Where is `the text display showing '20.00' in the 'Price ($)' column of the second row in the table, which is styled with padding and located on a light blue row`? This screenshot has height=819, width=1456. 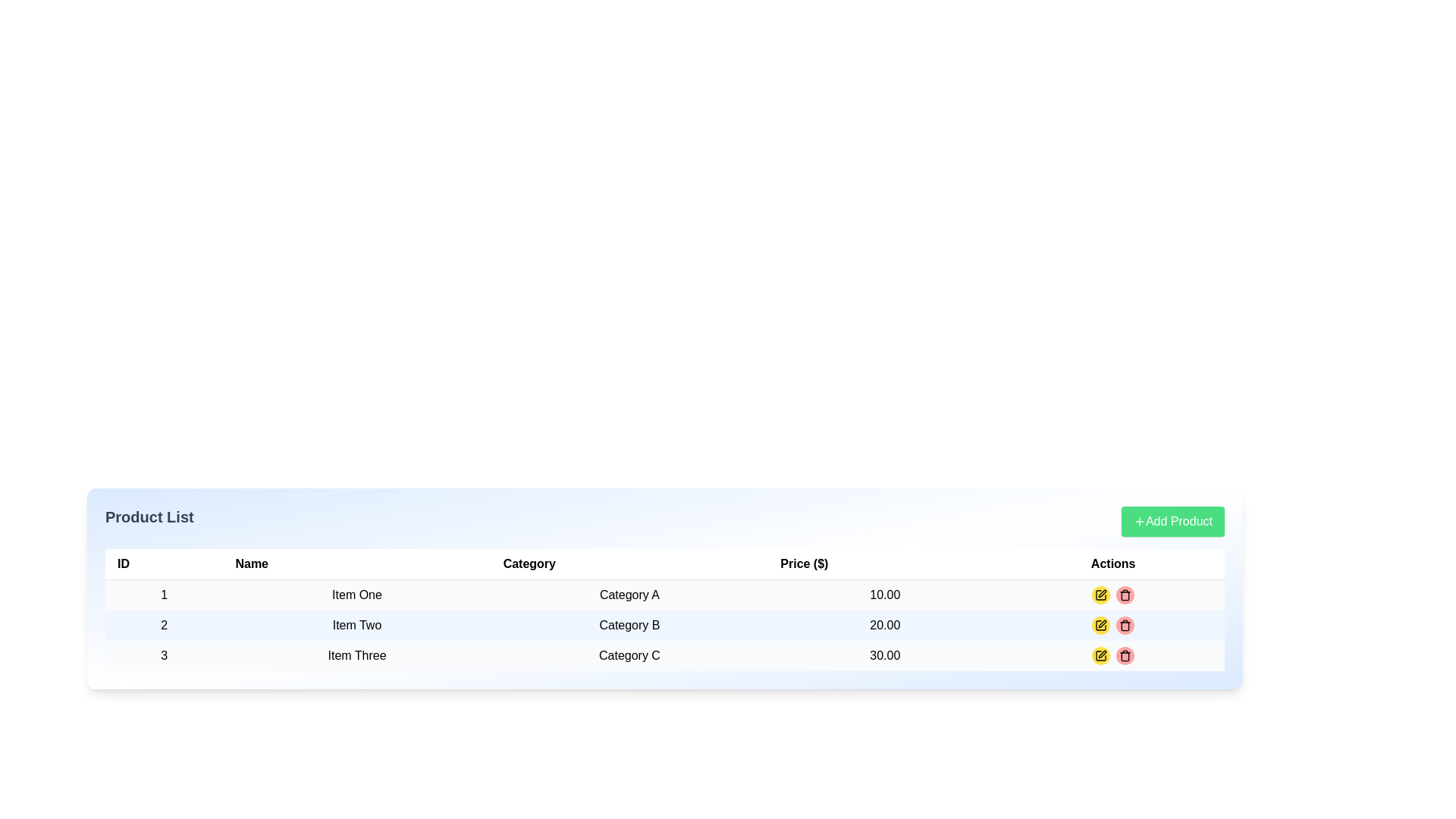
the text display showing '20.00' in the 'Price ($)' column of the second row in the table, which is styled with padding and located on a light blue row is located at coordinates (885, 626).